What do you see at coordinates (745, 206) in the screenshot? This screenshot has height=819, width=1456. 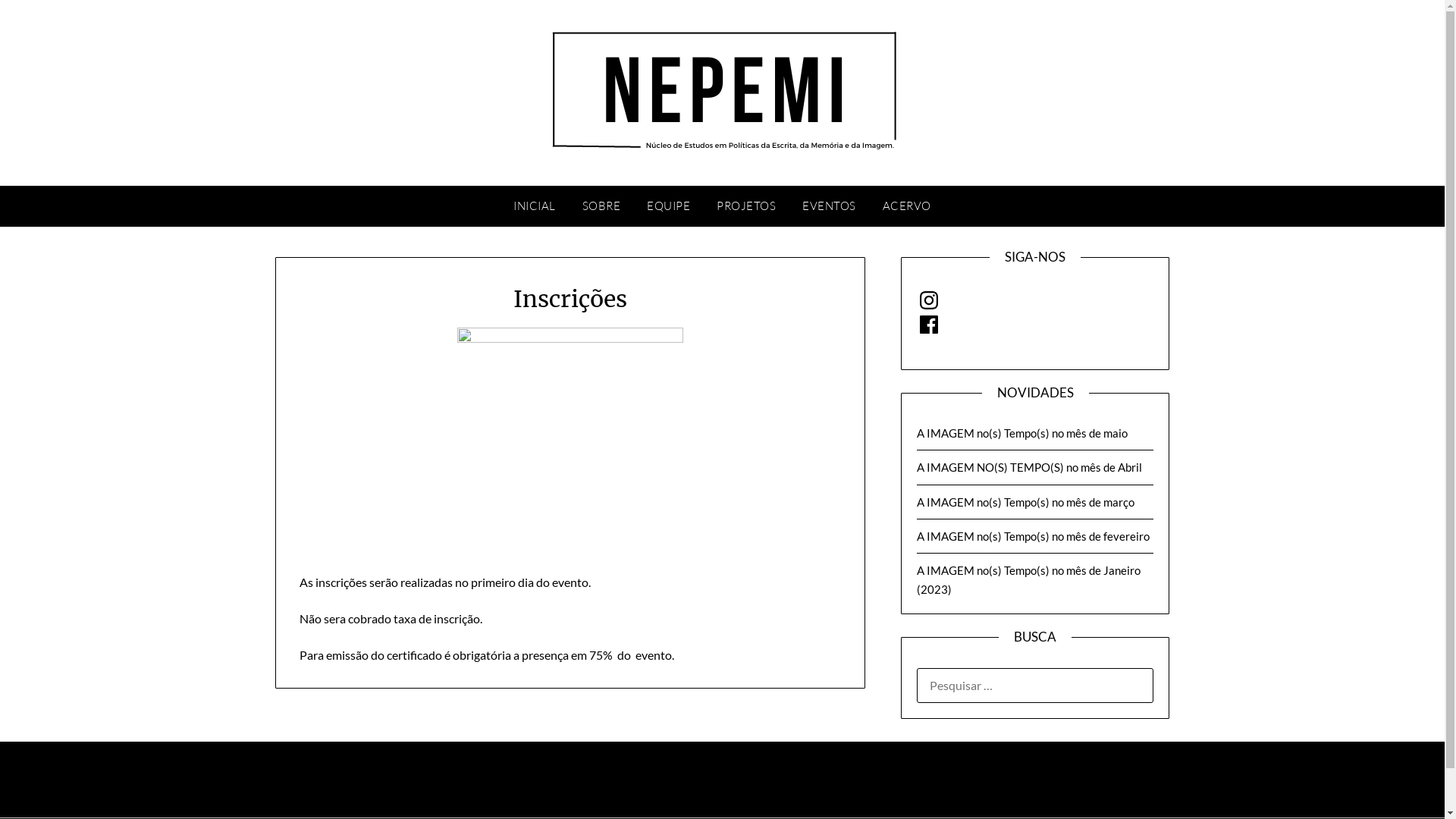 I see `'PROJETOS'` at bounding box center [745, 206].